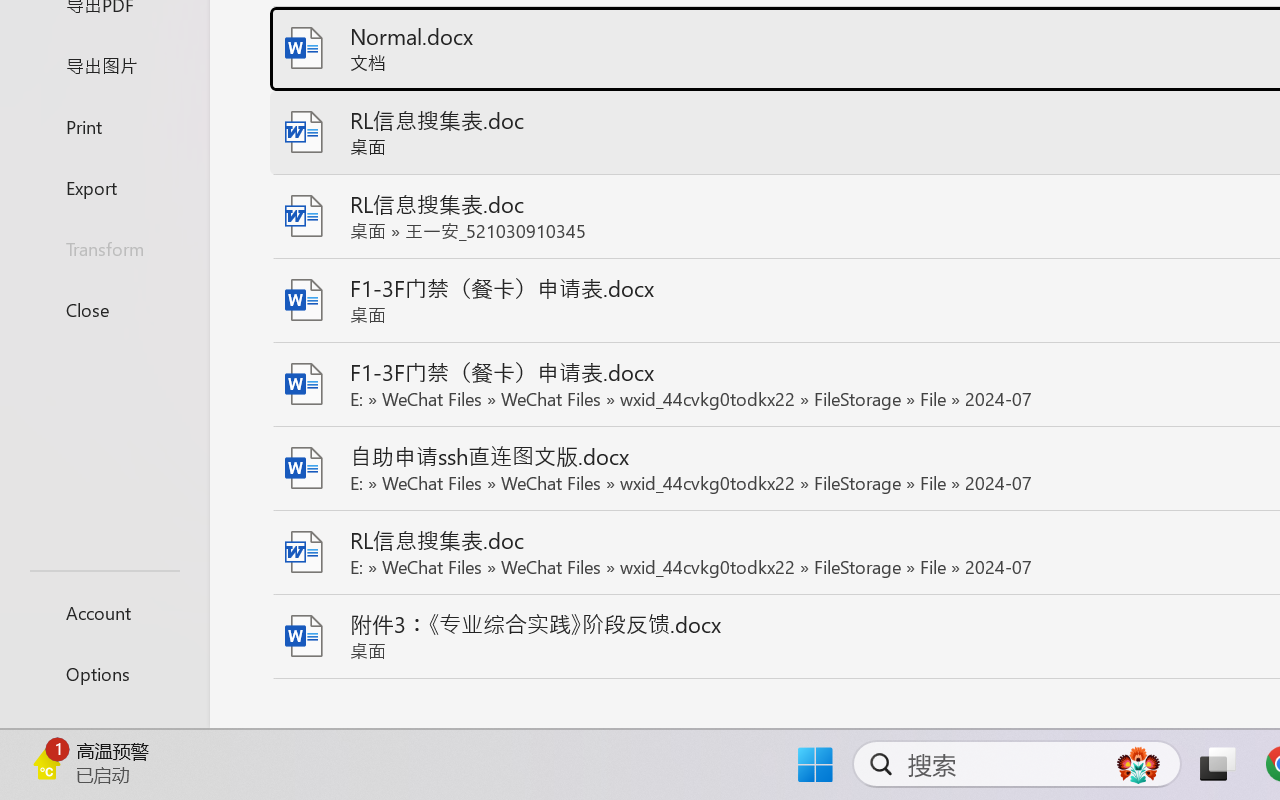  Describe the element at coordinates (103, 125) in the screenshot. I see `'Print'` at that location.